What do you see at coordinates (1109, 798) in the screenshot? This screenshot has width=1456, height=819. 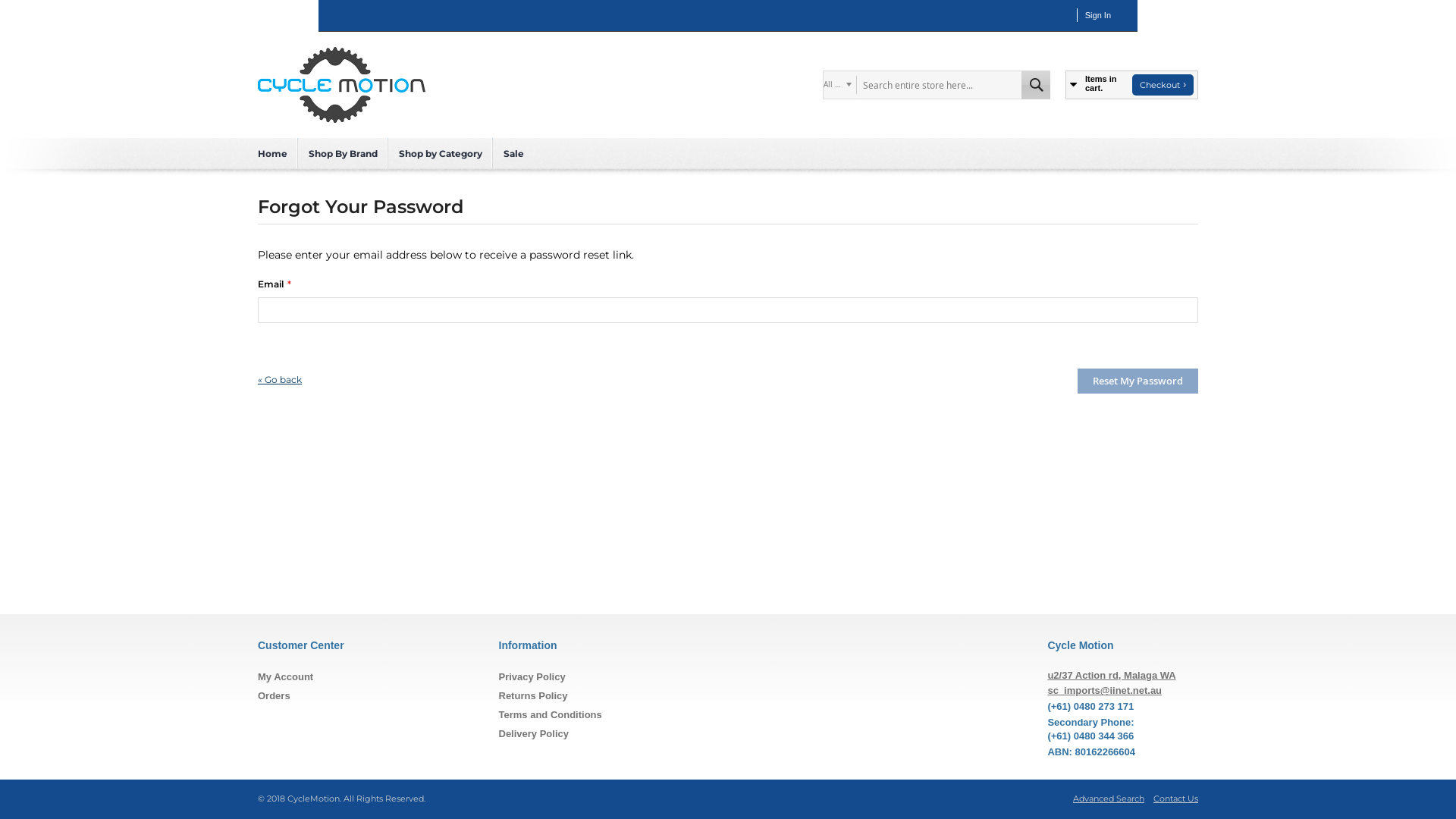 I see `'Advanced Search'` at bounding box center [1109, 798].